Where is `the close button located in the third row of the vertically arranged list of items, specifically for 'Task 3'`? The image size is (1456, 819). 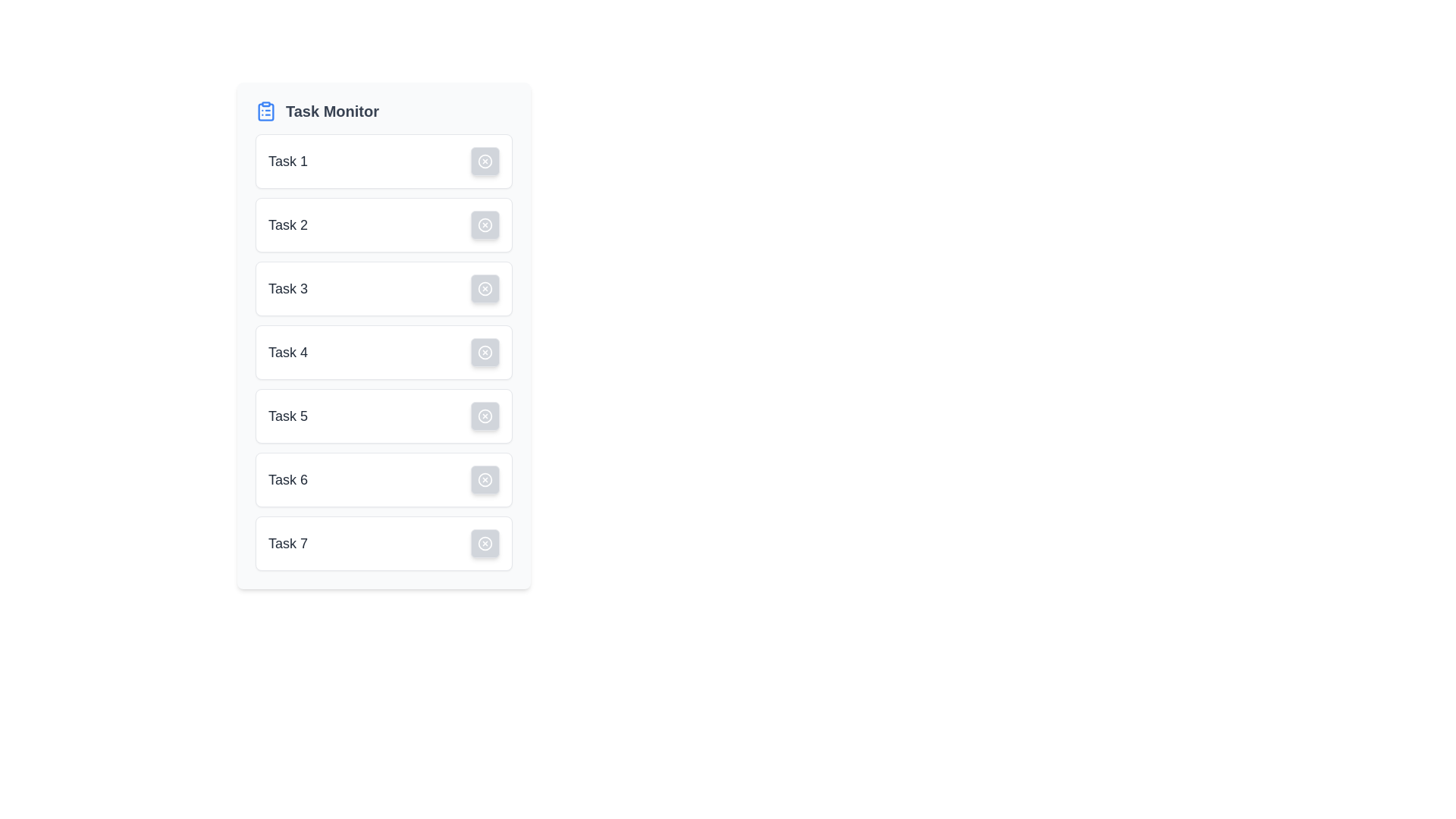 the close button located in the third row of the vertically arranged list of items, specifically for 'Task 3' is located at coordinates (484, 289).